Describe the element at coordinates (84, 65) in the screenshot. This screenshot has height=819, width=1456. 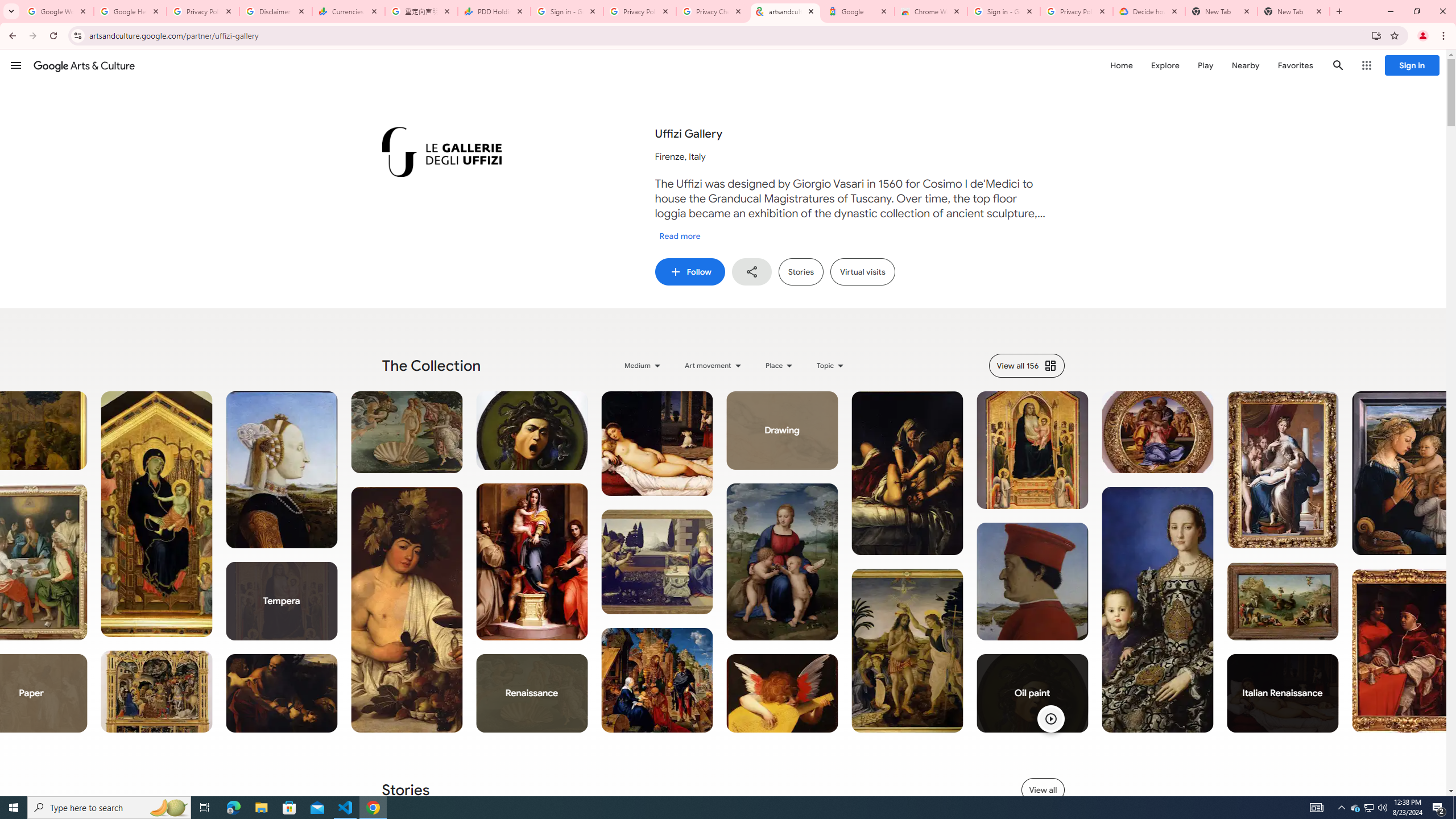
I see `'Google Arts & Culture'` at that location.